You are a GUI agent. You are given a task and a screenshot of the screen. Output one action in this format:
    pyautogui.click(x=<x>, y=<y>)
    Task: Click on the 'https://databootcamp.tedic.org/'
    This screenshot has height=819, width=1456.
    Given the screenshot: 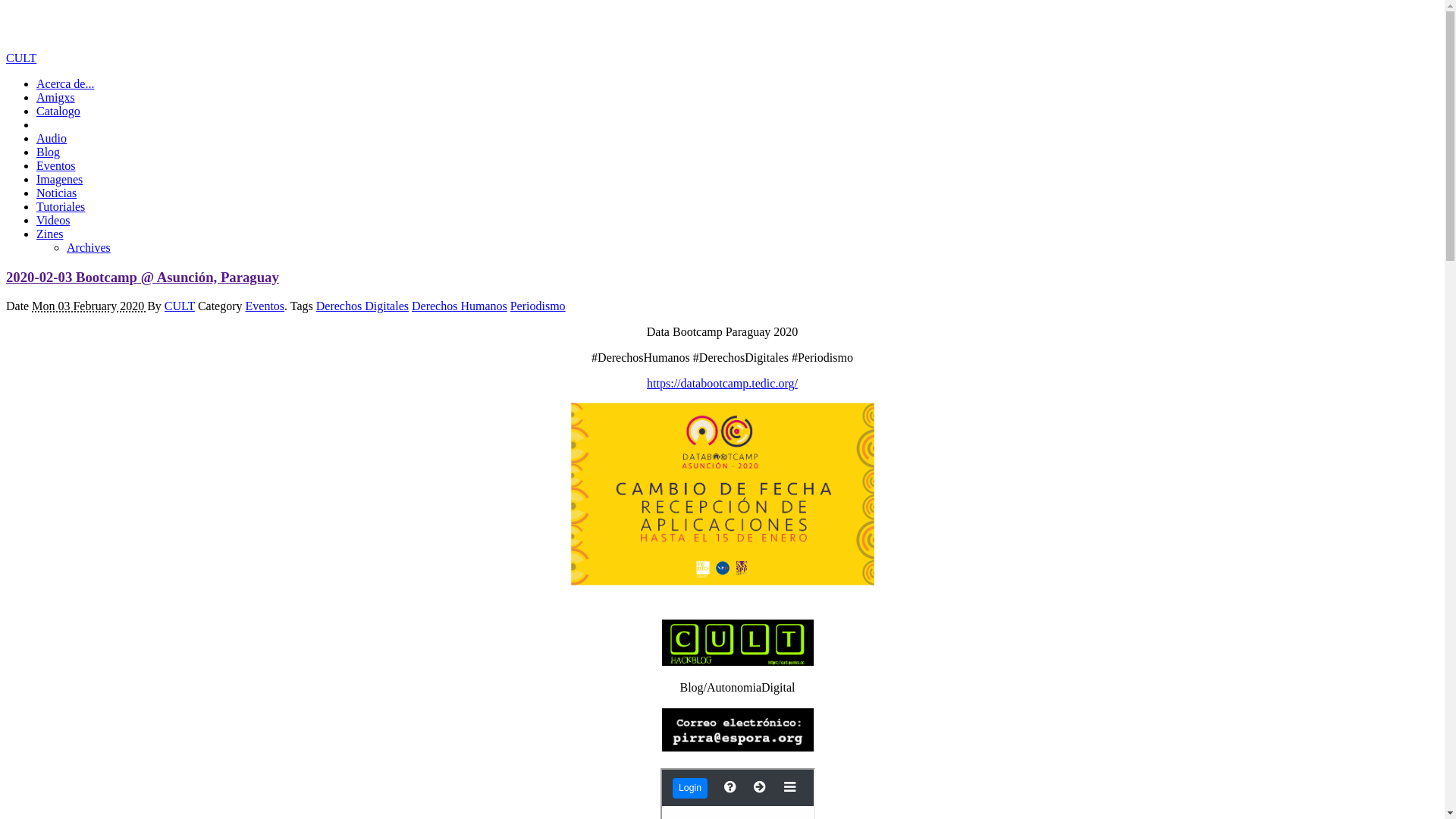 What is the action you would take?
    pyautogui.click(x=721, y=382)
    